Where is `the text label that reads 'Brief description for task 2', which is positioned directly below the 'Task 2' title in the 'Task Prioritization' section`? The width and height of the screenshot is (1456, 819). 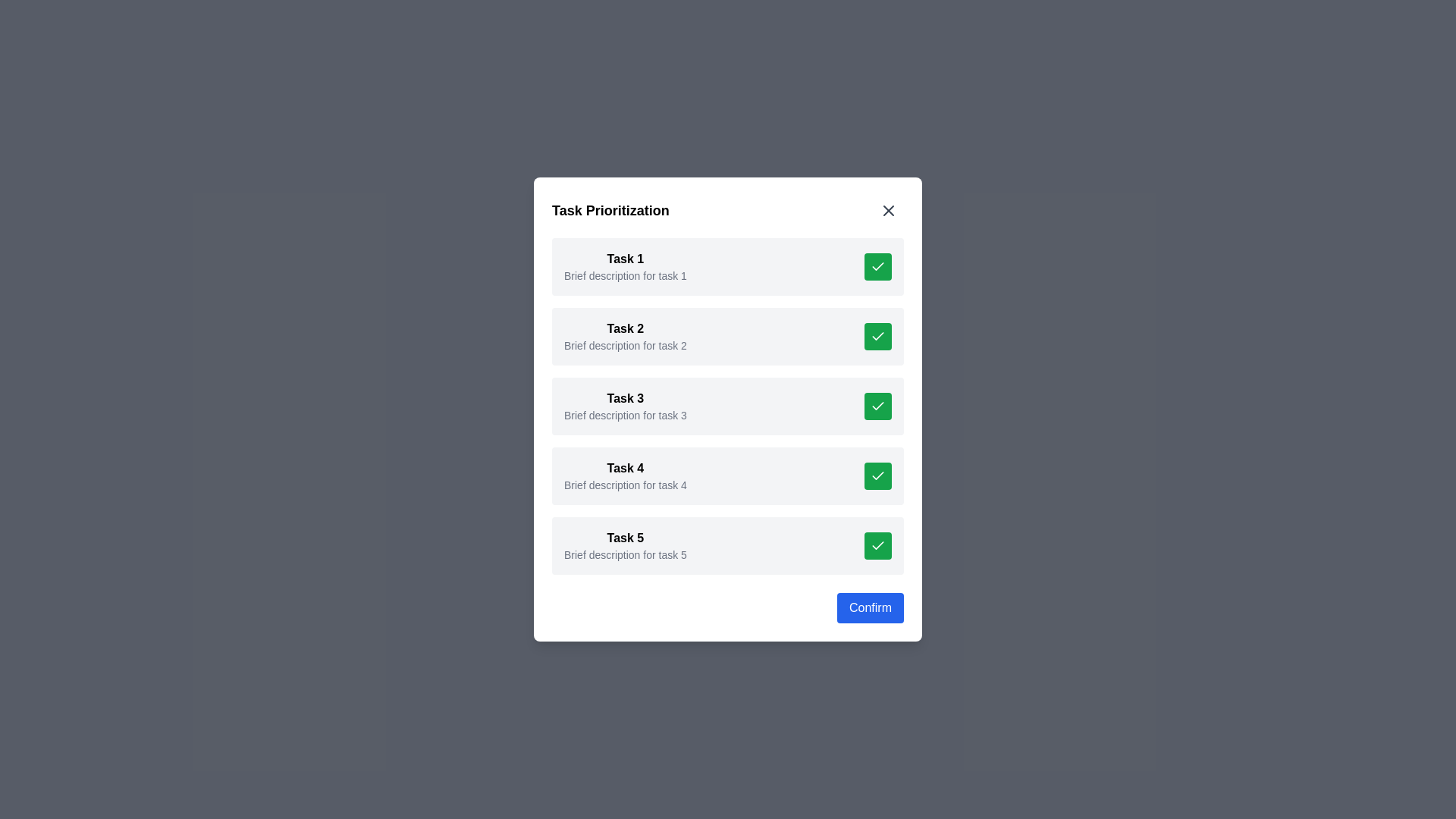
the text label that reads 'Brief description for task 2', which is positioned directly below the 'Task 2' title in the 'Task Prioritization' section is located at coordinates (626, 345).